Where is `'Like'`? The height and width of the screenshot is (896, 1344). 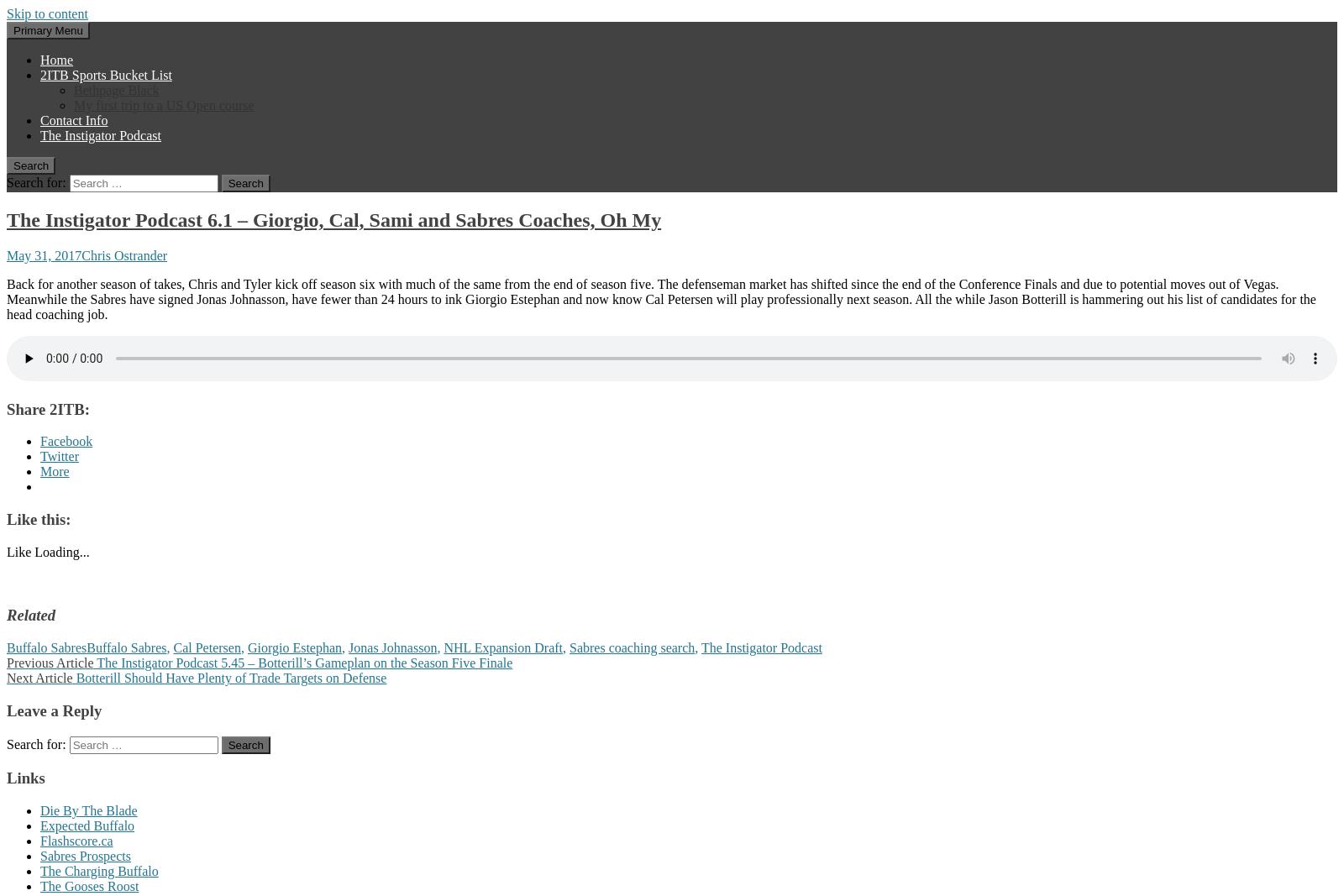
'Like' is located at coordinates (6, 551).